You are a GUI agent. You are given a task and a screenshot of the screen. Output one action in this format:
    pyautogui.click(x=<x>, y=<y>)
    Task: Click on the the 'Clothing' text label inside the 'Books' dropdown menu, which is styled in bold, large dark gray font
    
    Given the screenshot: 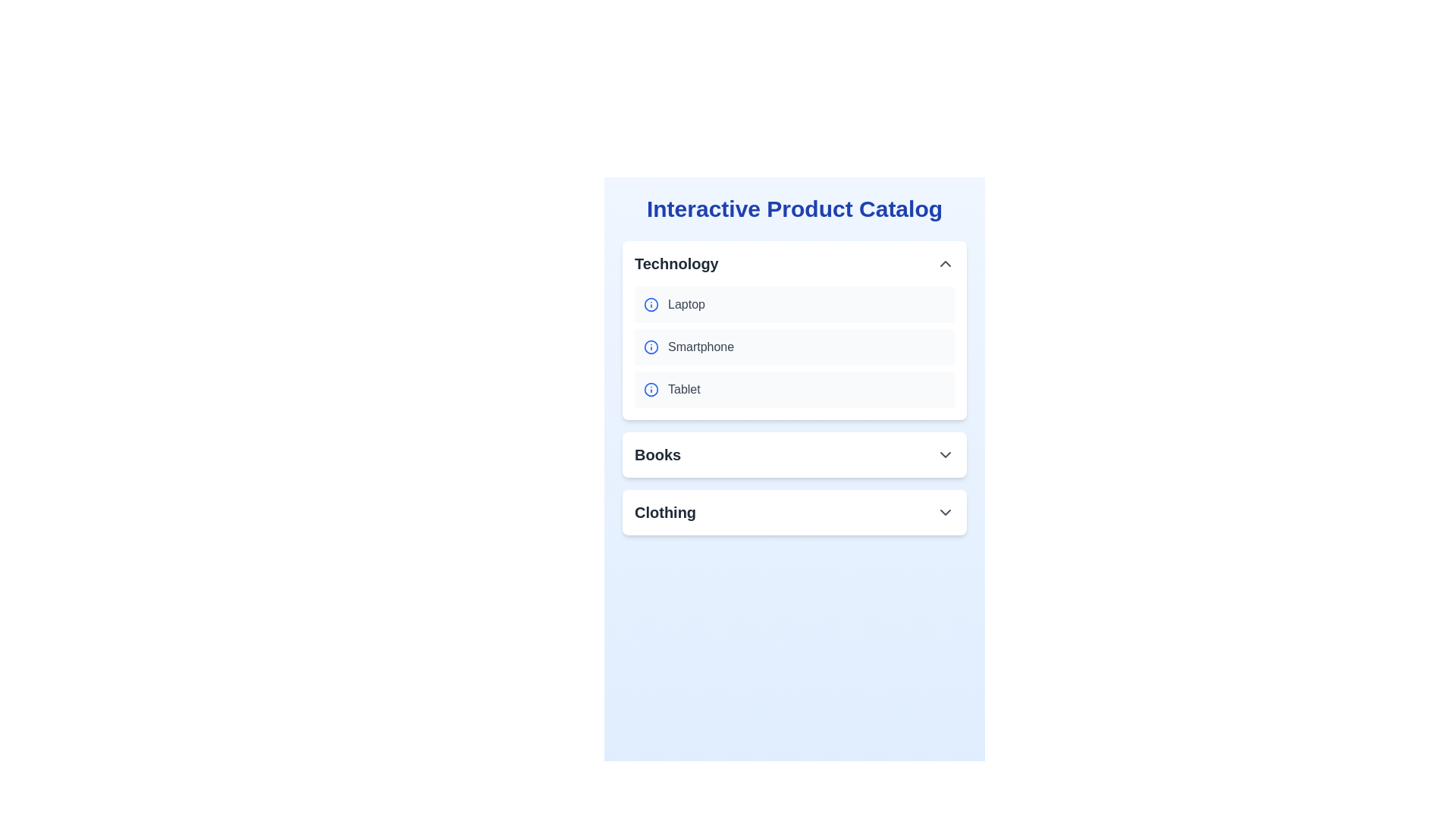 What is the action you would take?
    pyautogui.click(x=665, y=512)
    